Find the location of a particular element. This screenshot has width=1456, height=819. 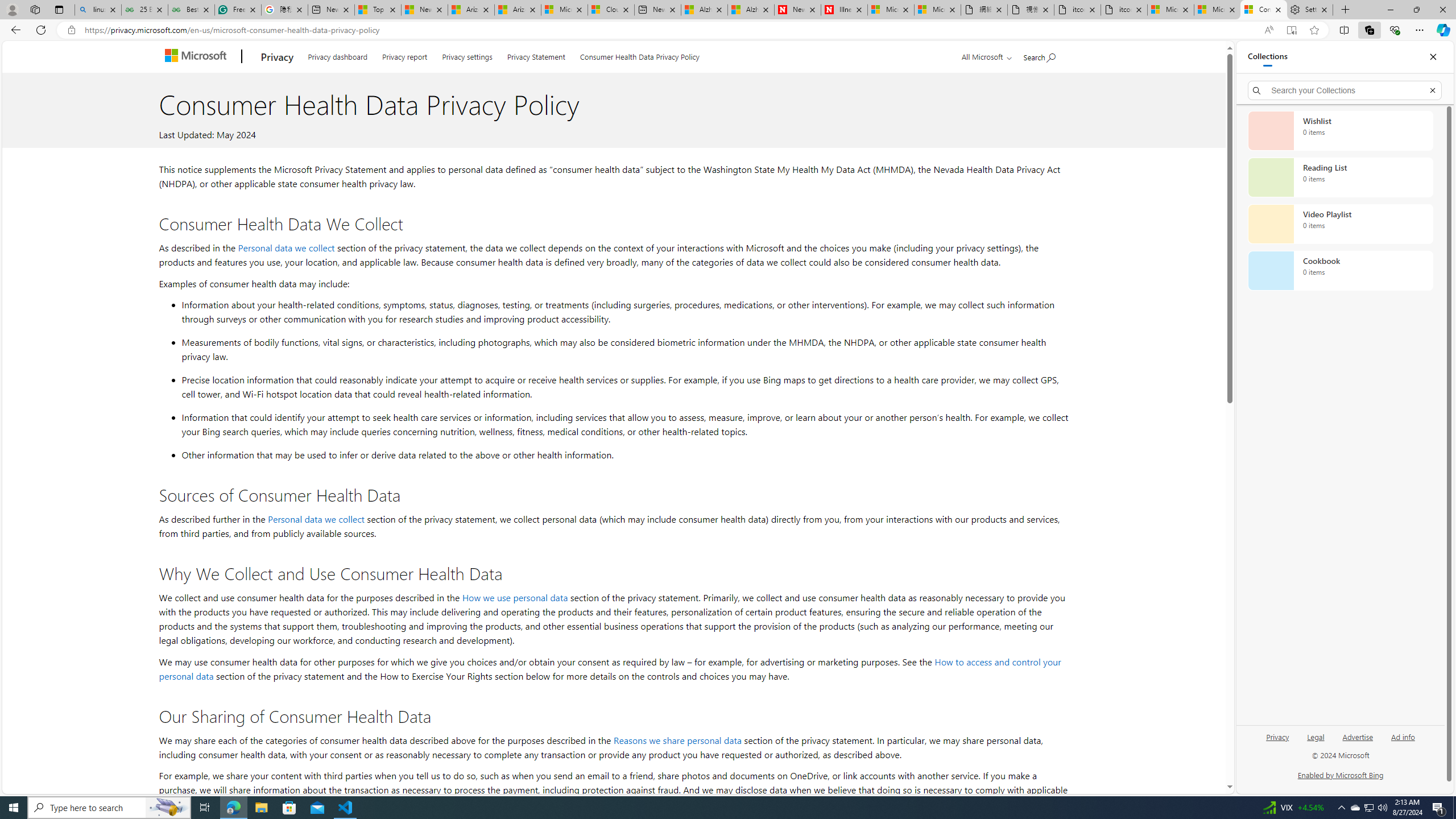

'itconcepthk.com/projector_solutions.mp4' is located at coordinates (1124, 9).